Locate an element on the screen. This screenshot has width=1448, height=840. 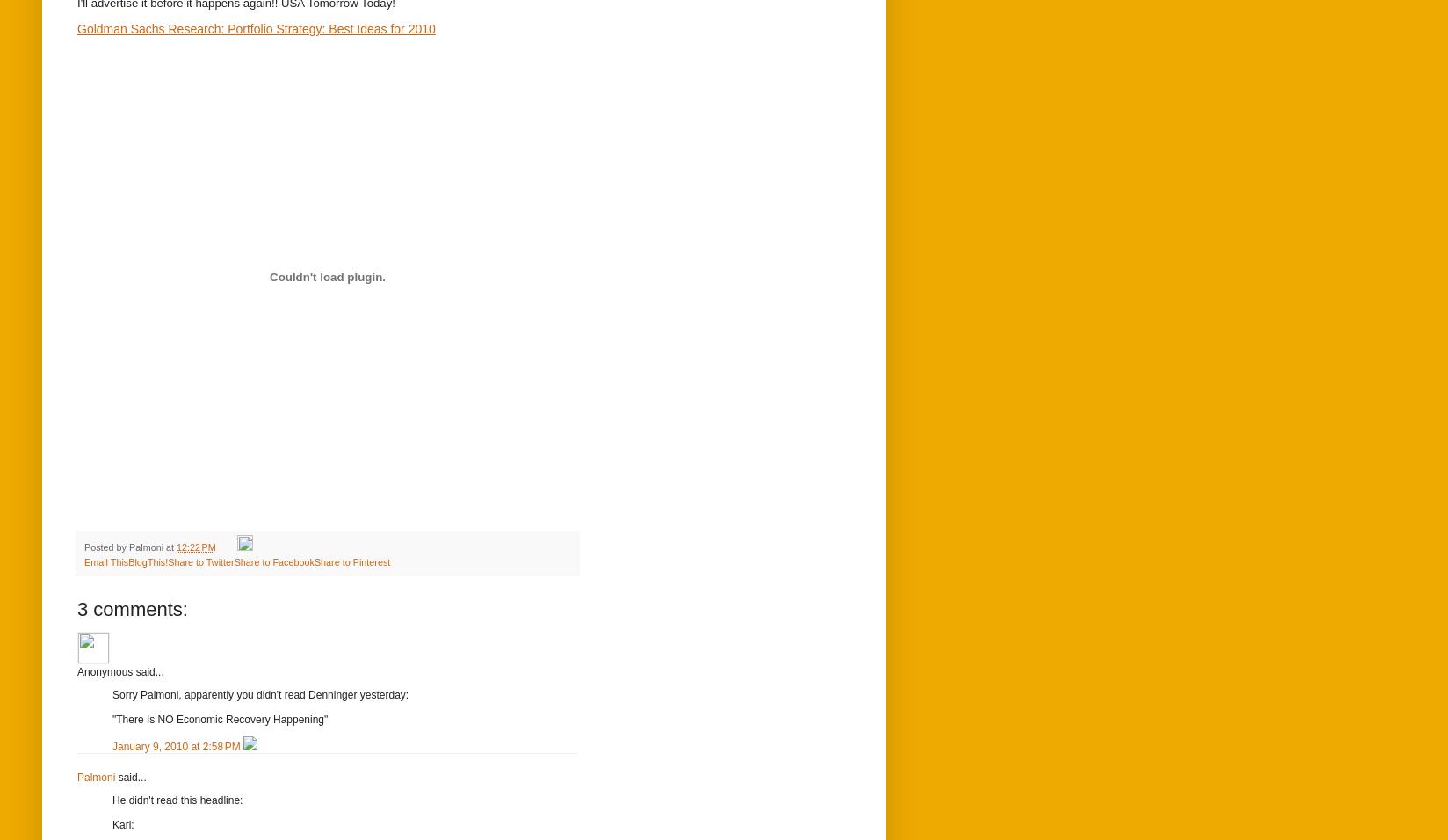
'at' is located at coordinates (170, 547).